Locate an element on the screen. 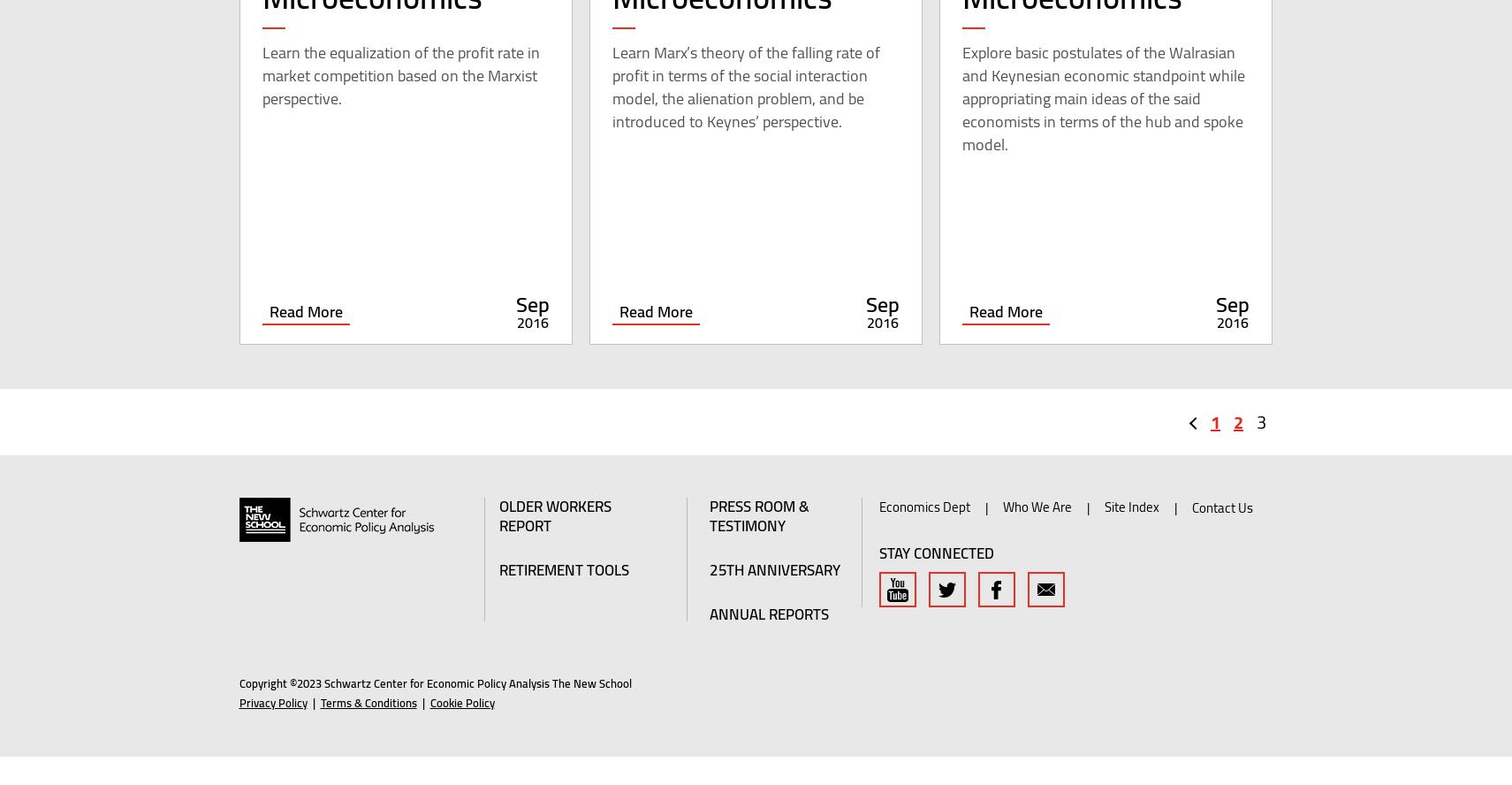 This screenshot has height=785, width=1512. 'Learn Marx’s theory of the falling rate of profit in terms of the social interaction model, the alienation problem, and be introduced to Keynes’ perspective.' is located at coordinates (744, 115).